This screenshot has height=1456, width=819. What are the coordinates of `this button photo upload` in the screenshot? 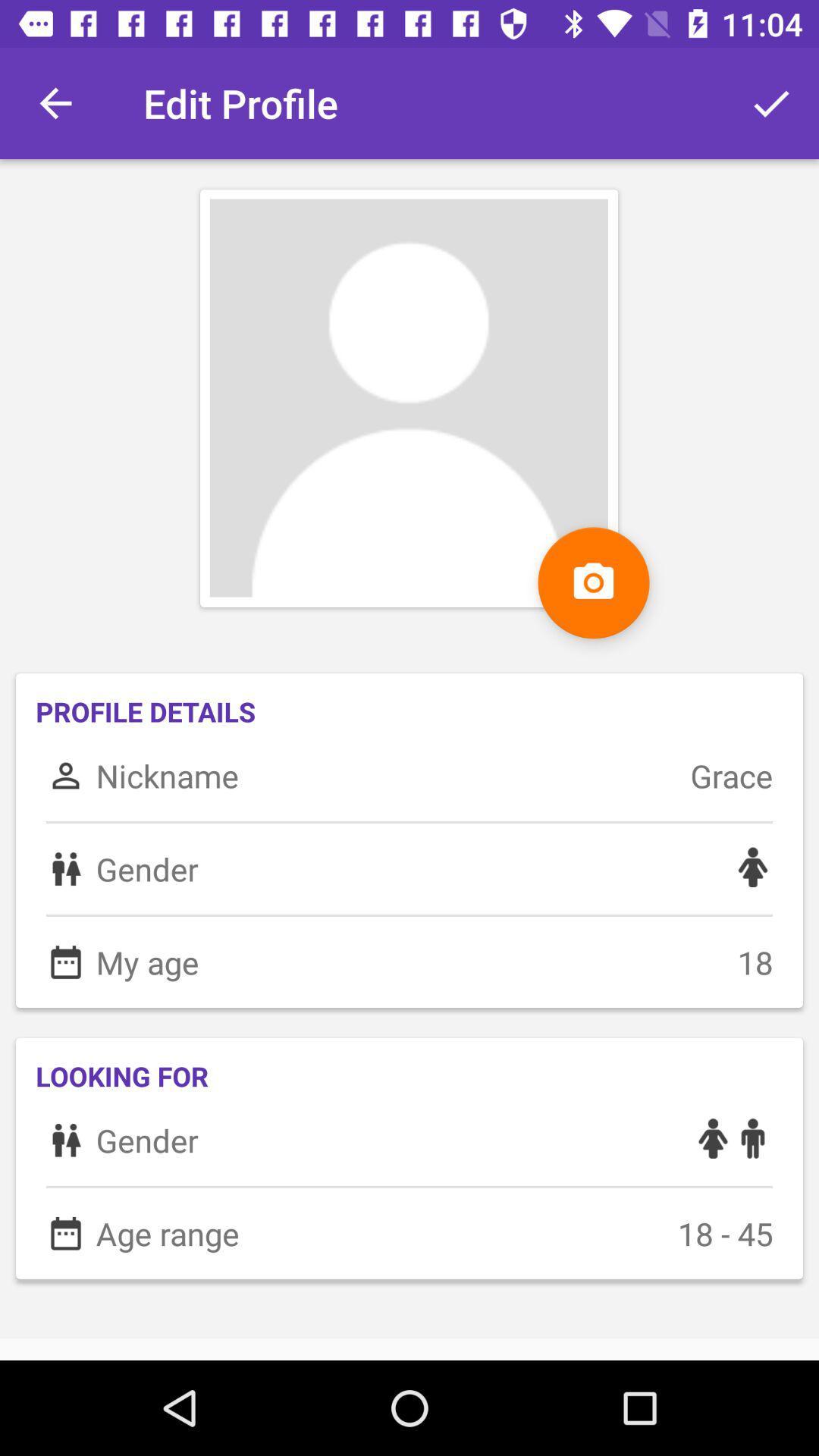 It's located at (593, 582).